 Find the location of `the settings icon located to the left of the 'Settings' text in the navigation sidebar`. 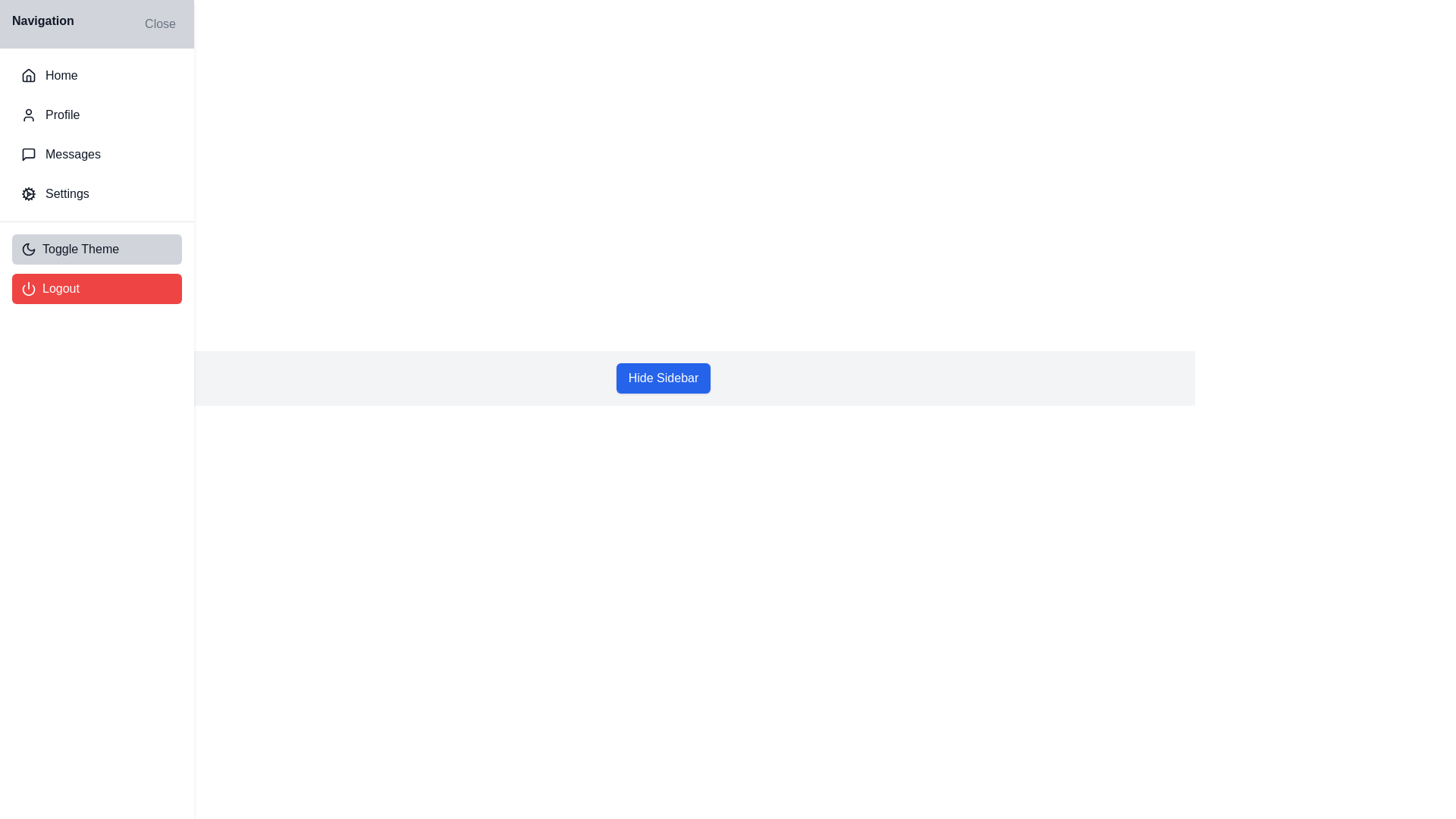

the settings icon located to the left of the 'Settings' text in the navigation sidebar is located at coordinates (29, 193).